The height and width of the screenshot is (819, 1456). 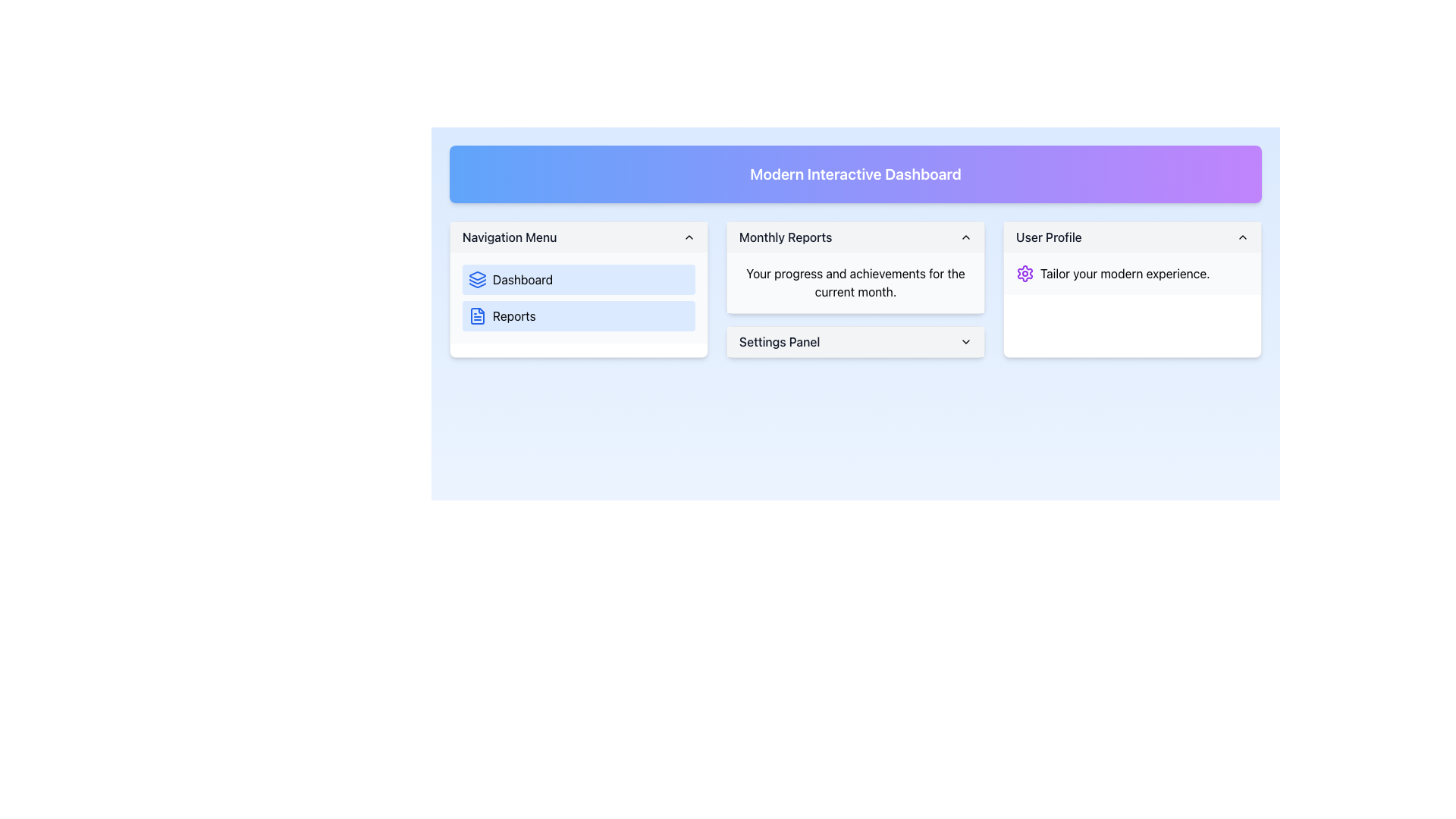 What do you see at coordinates (855, 174) in the screenshot?
I see `the header text display element located at the top-center of the main dashboard page` at bounding box center [855, 174].